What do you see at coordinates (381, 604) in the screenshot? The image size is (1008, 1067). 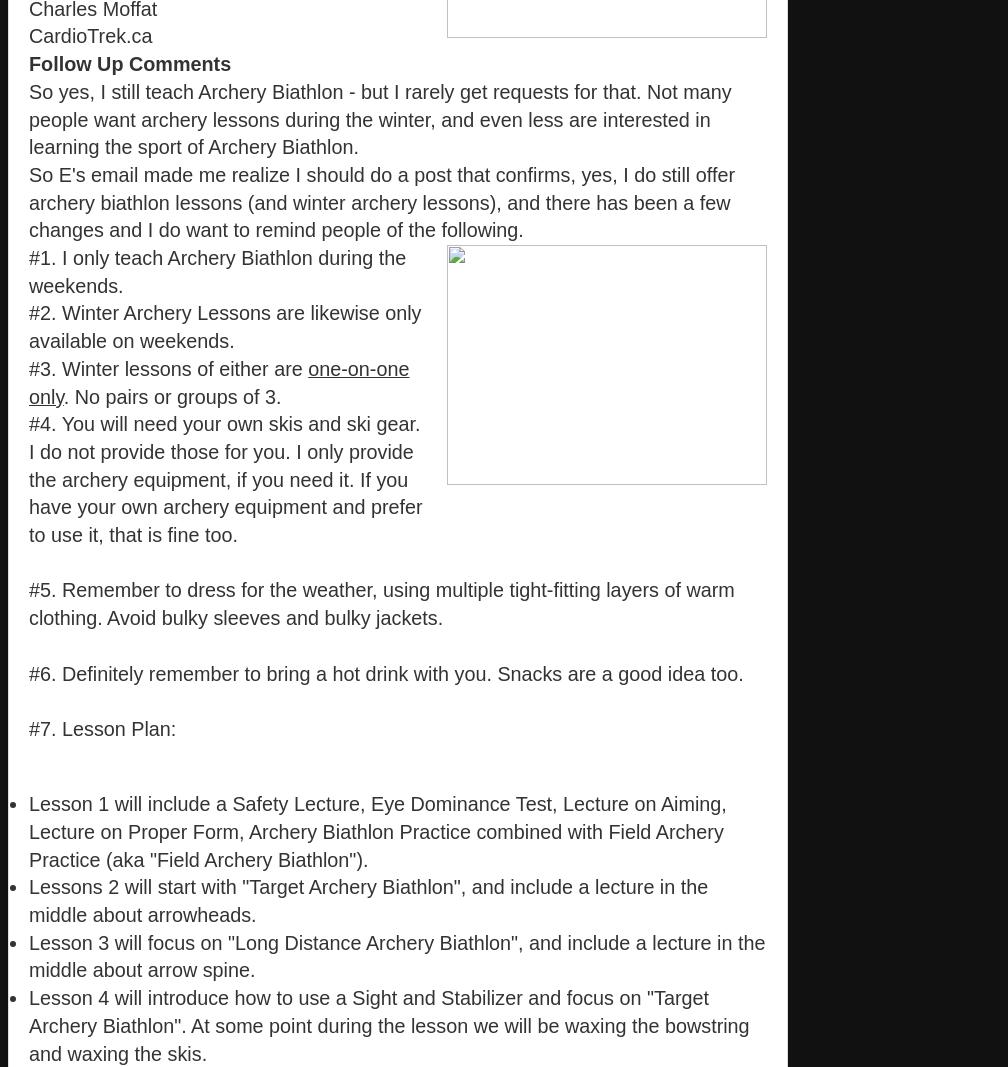 I see `'#5. Remember to dress for the weather, using multiple tight-fitting layers of warm clothing. Avoid bulky sleeves and bulky jackets.'` at bounding box center [381, 604].